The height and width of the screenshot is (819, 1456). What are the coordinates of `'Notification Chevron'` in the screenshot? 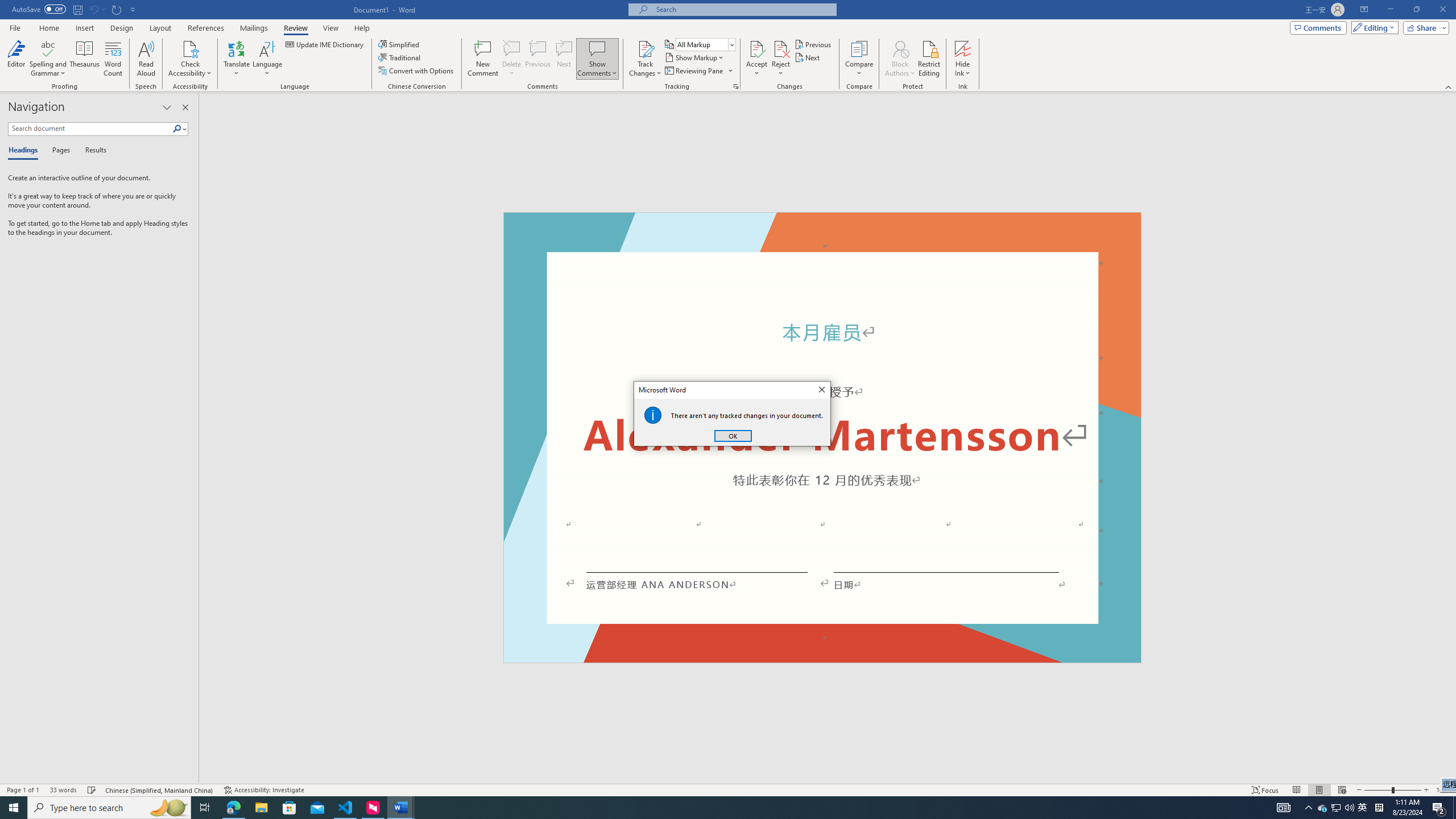 It's located at (1308, 806).